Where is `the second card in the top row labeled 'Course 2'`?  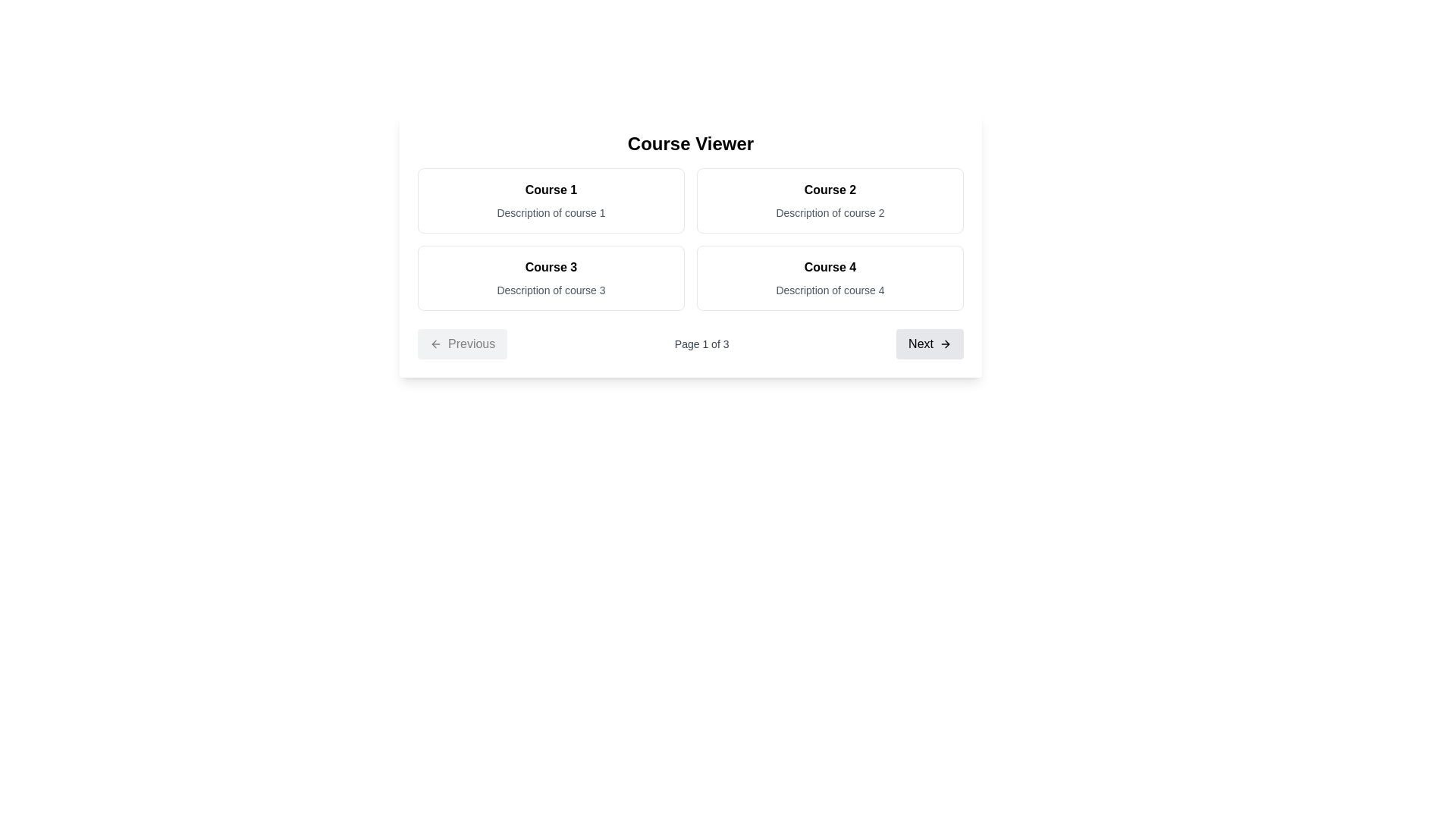
the second card in the top row labeled 'Course 2' is located at coordinates (829, 200).